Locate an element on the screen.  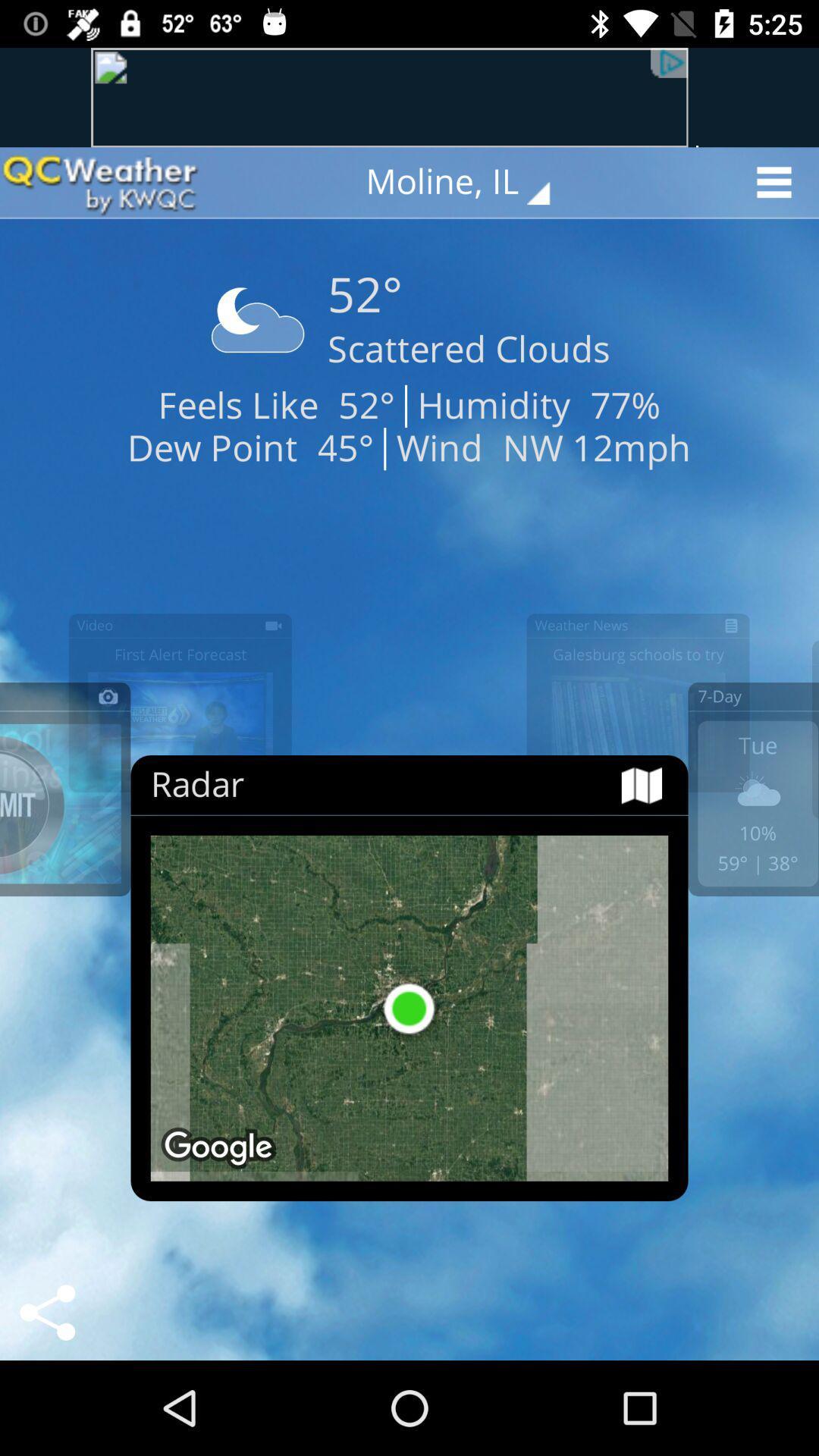
the share icon is located at coordinates (46, 1312).